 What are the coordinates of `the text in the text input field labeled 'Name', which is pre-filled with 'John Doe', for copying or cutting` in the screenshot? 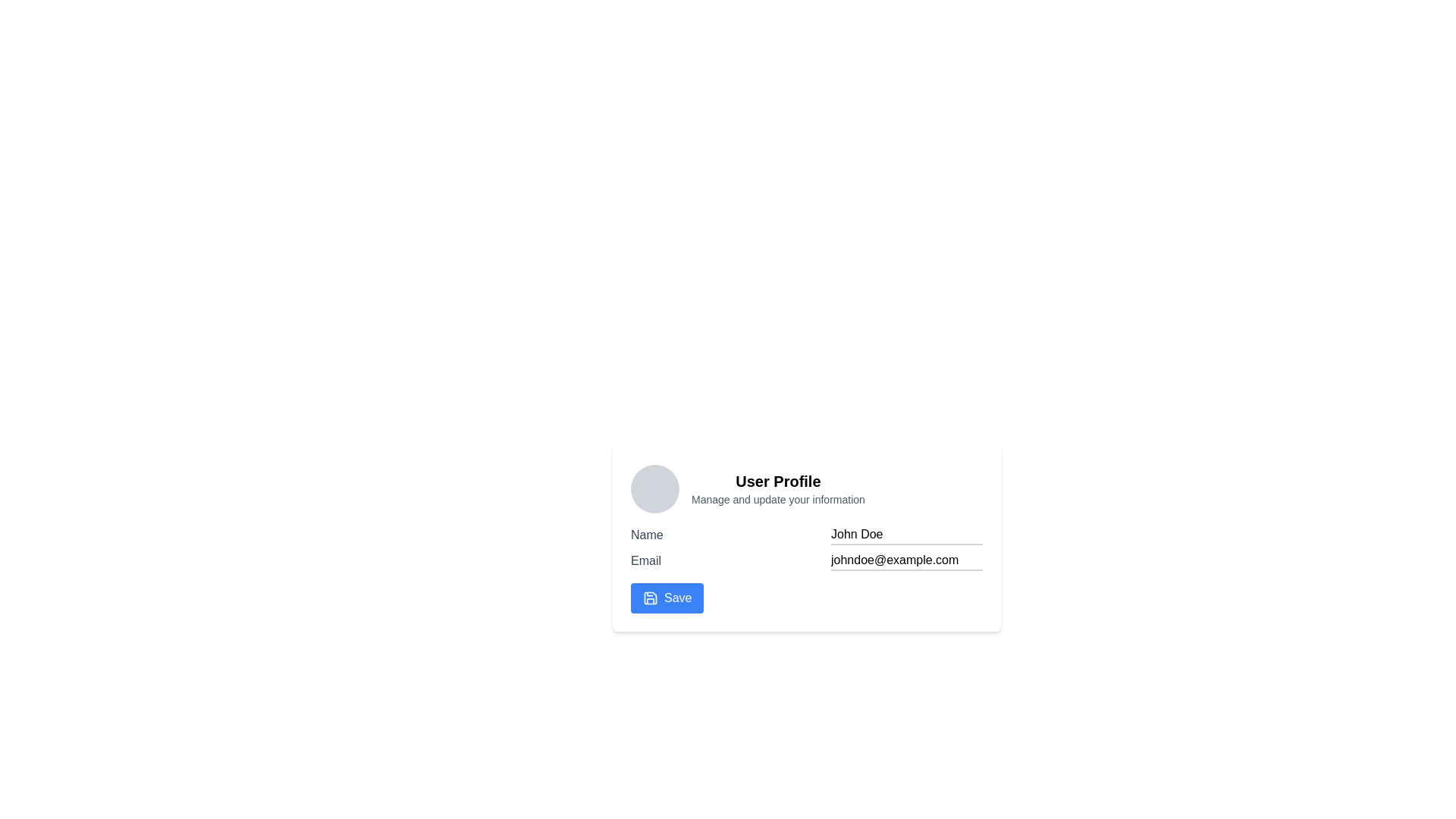 It's located at (906, 534).